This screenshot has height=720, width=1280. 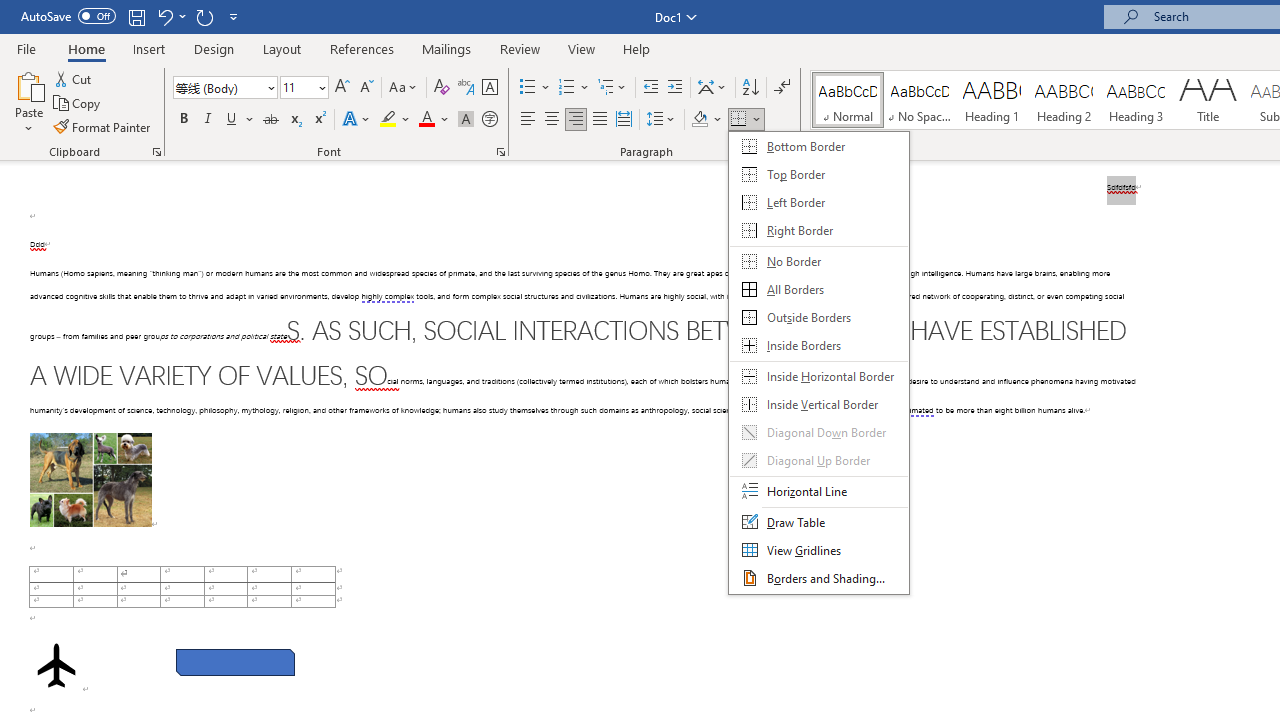 What do you see at coordinates (357, 119) in the screenshot?
I see `'Text Effects and Typography'` at bounding box center [357, 119].